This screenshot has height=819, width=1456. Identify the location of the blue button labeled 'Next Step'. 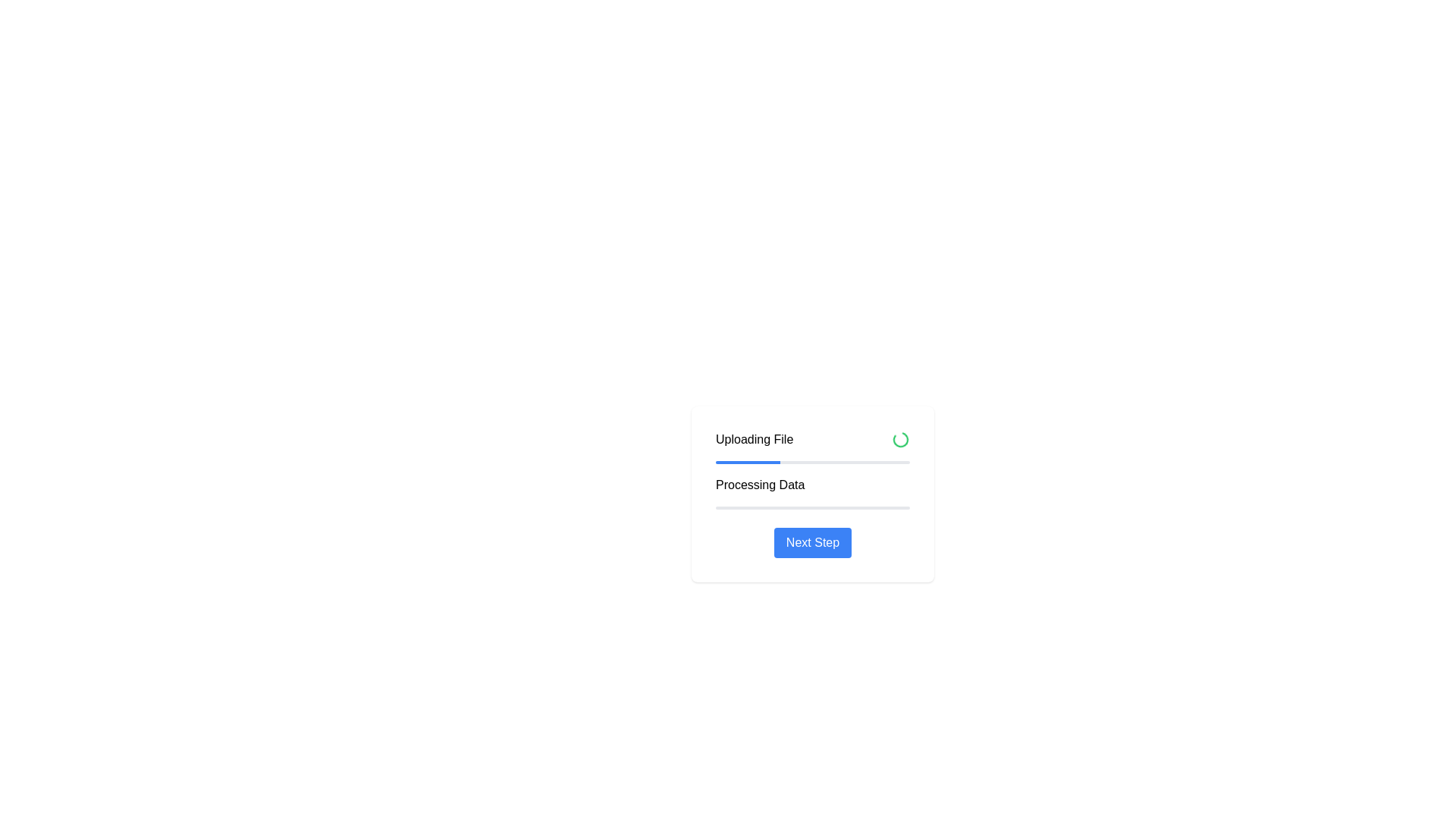
(811, 542).